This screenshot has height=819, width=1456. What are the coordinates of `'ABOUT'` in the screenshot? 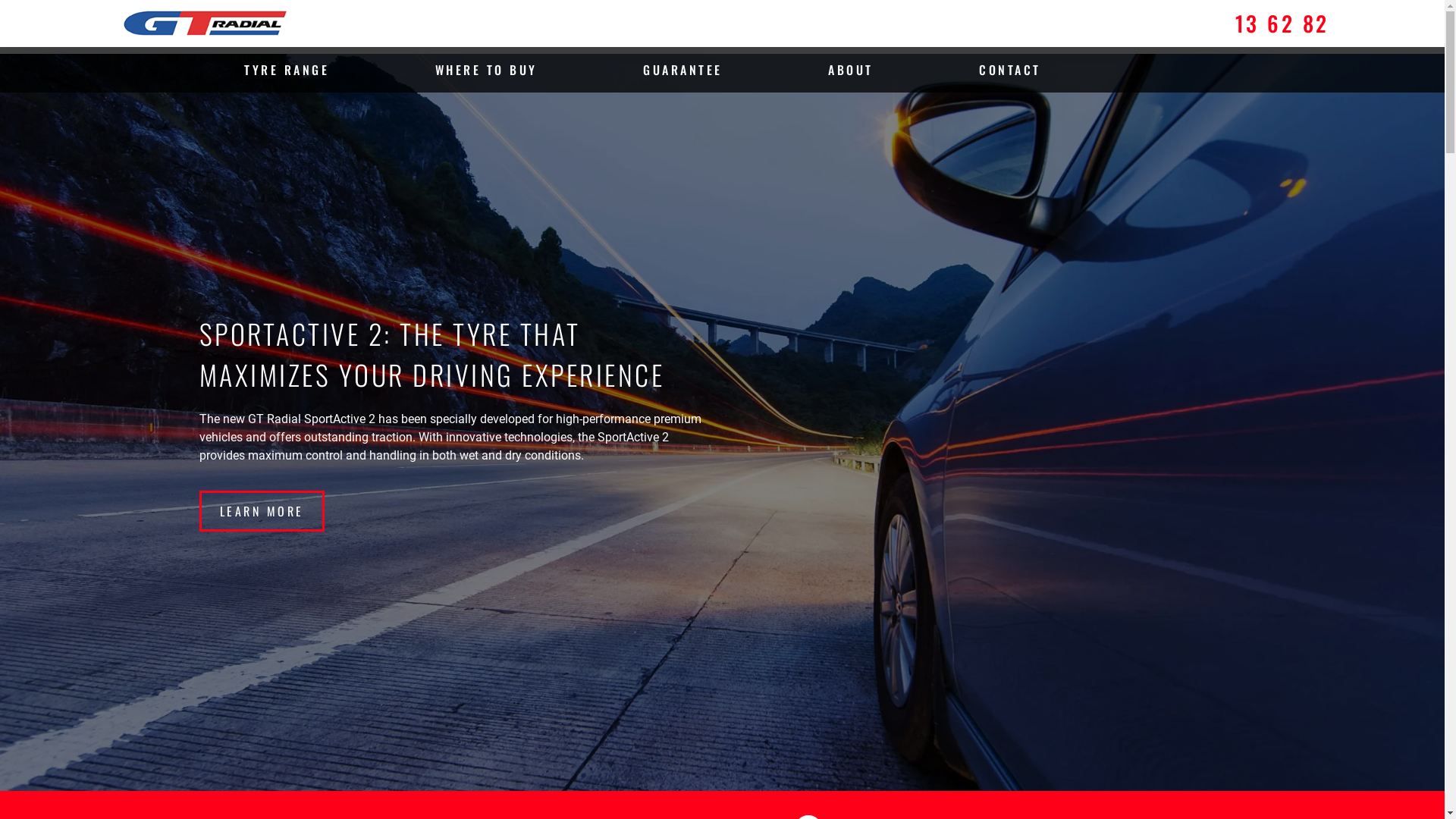 It's located at (851, 70).